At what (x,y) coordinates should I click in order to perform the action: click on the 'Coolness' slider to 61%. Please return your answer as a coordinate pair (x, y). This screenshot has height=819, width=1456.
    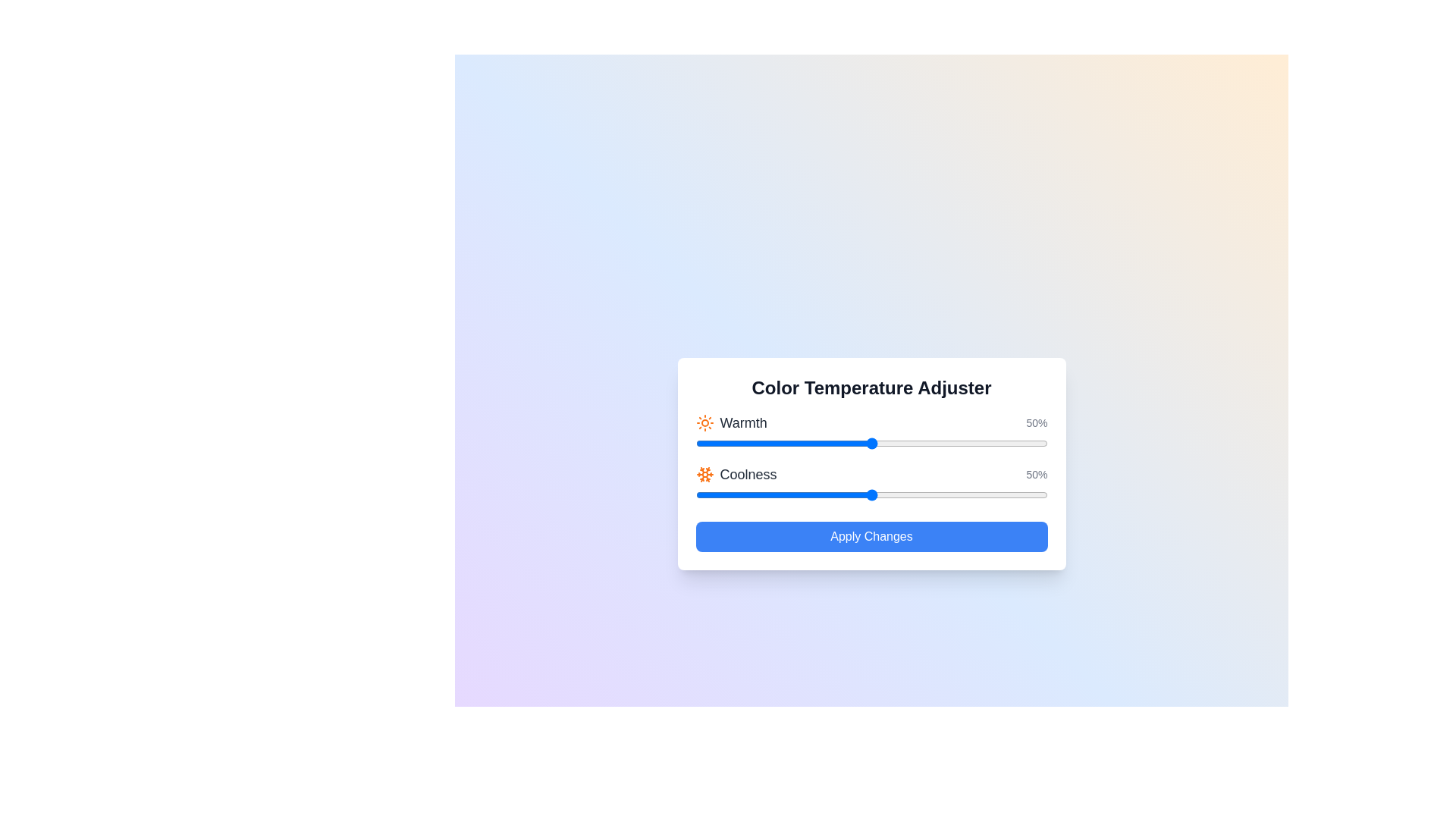
    Looking at the image, I should click on (910, 494).